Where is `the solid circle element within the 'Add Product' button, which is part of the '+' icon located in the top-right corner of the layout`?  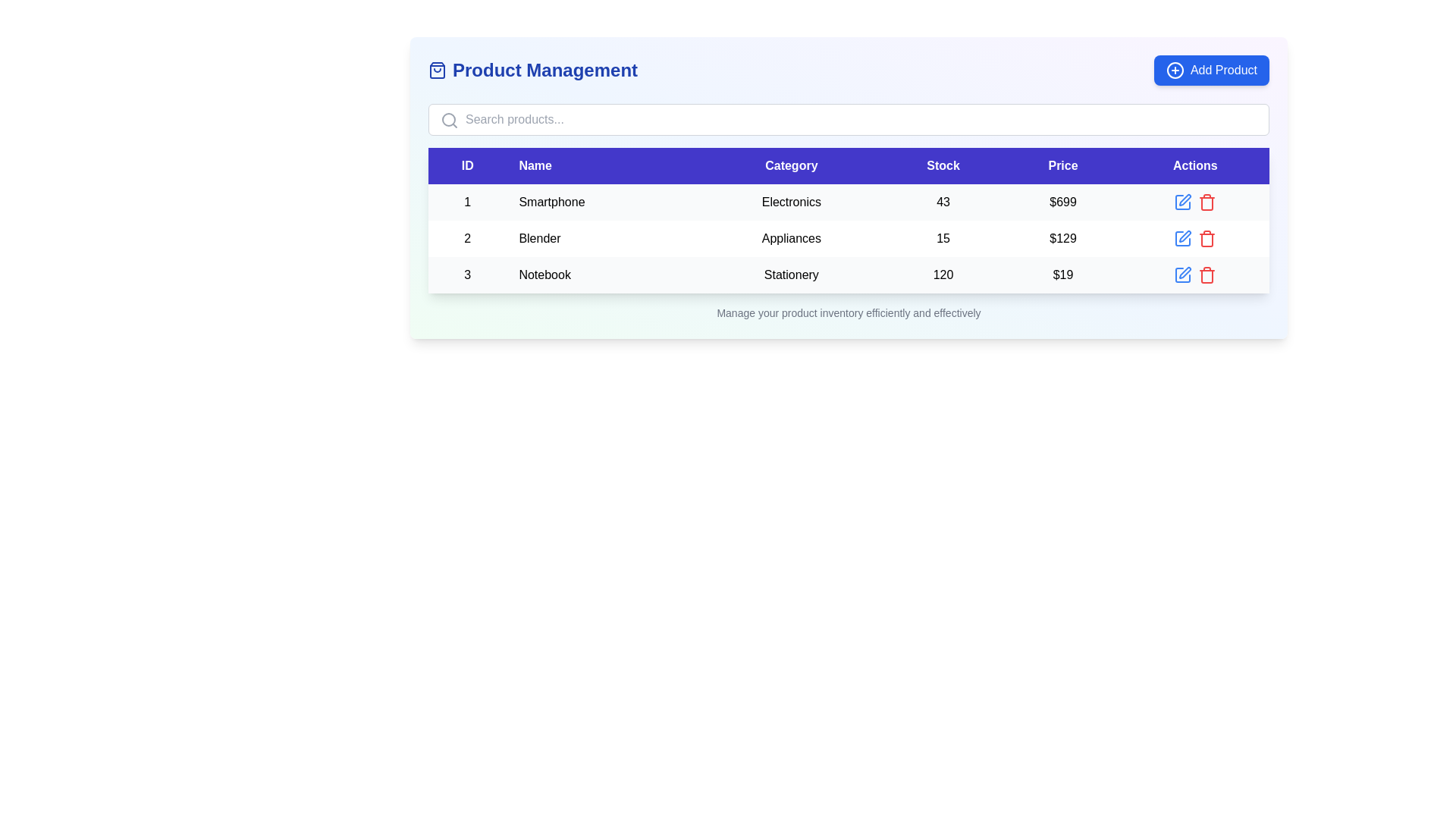
the solid circle element within the 'Add Product' button, which is part of the '+' icon located in the top-right corner of the layout is located at coordinates (1175, 70).